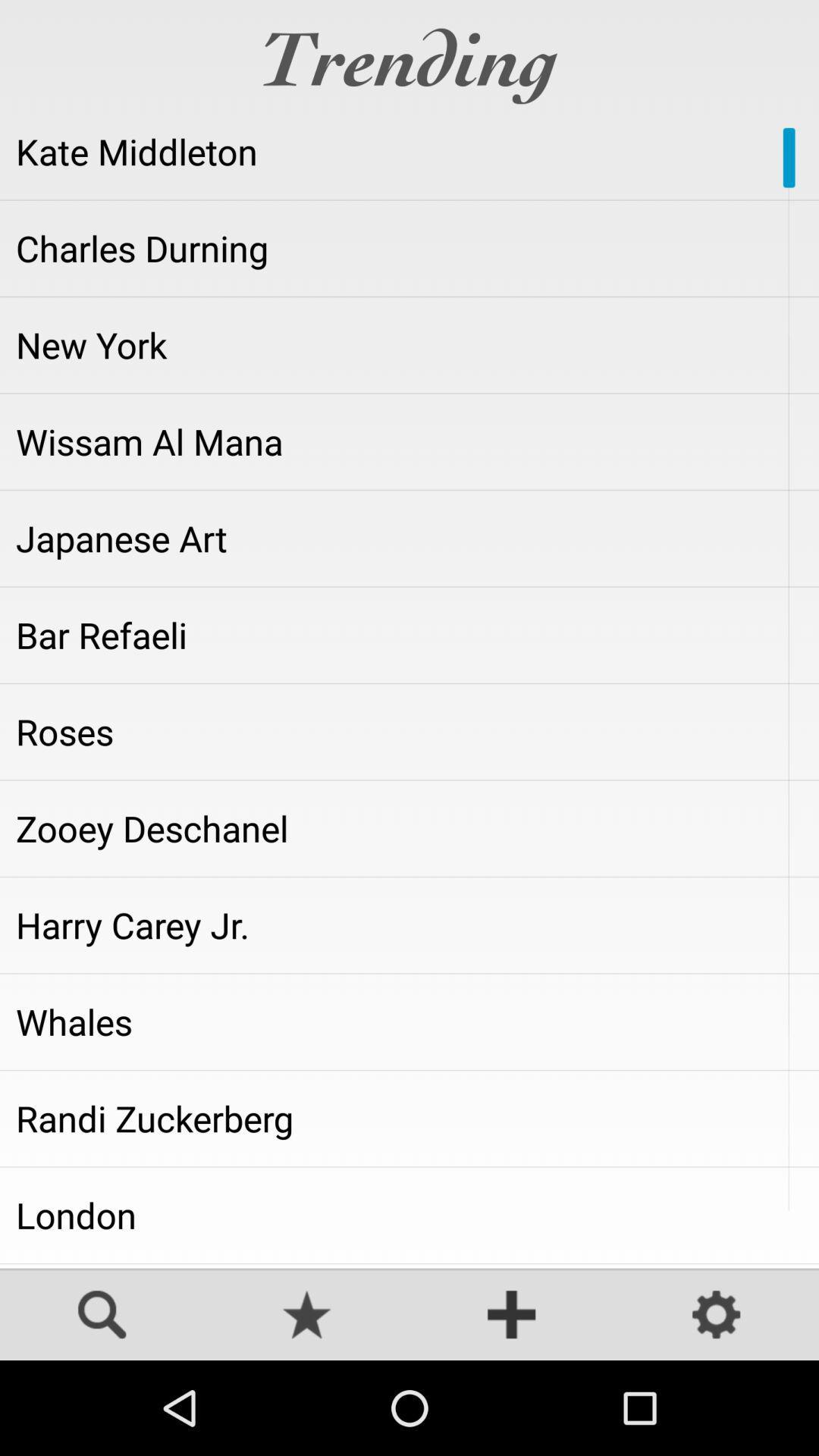 This screenshot has height=1456, width=819. Describe the element at coordinates (717, 1316) in the screenshot. I see `settings option` at that location.